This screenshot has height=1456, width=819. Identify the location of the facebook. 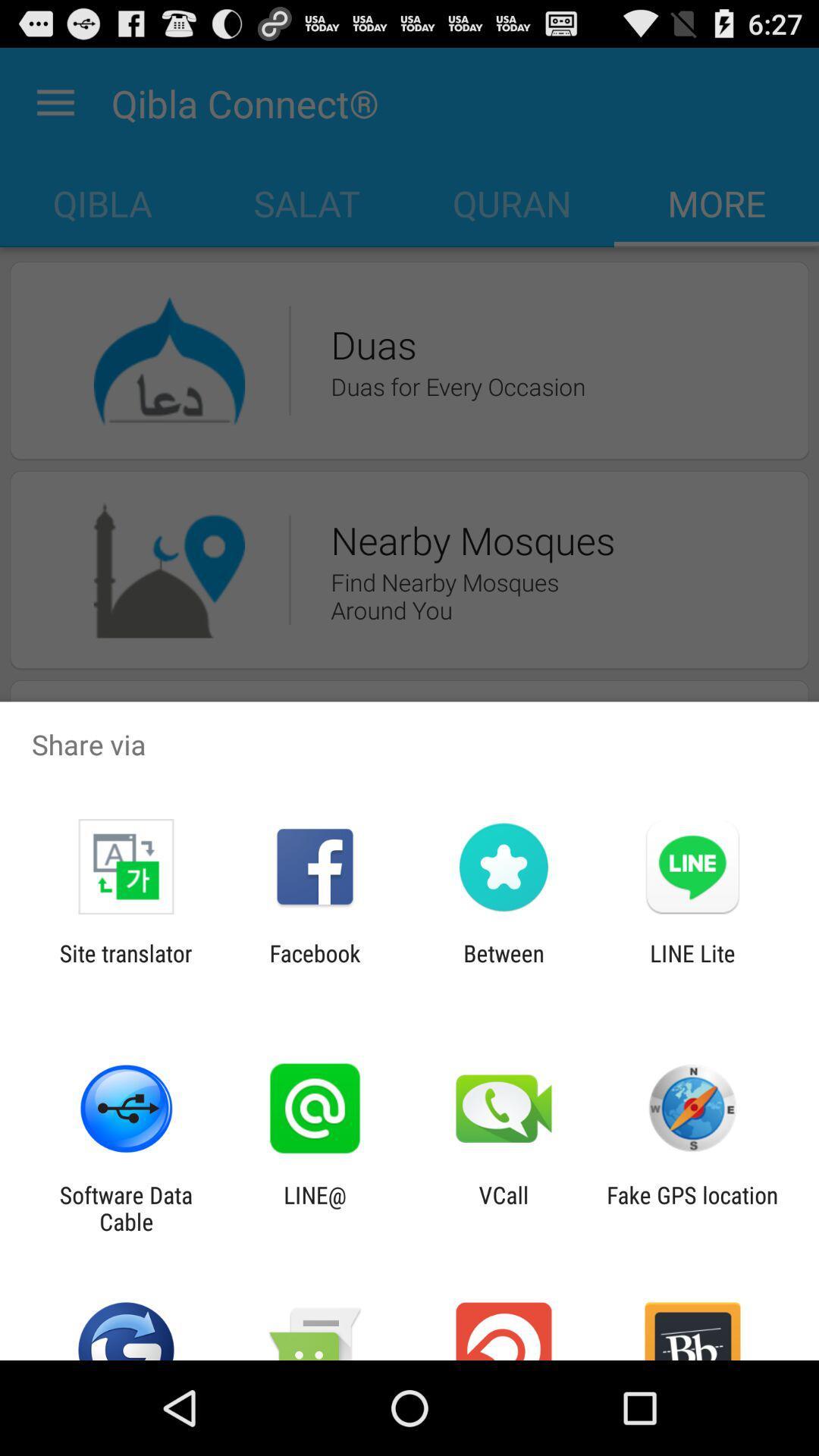
(314, 966).